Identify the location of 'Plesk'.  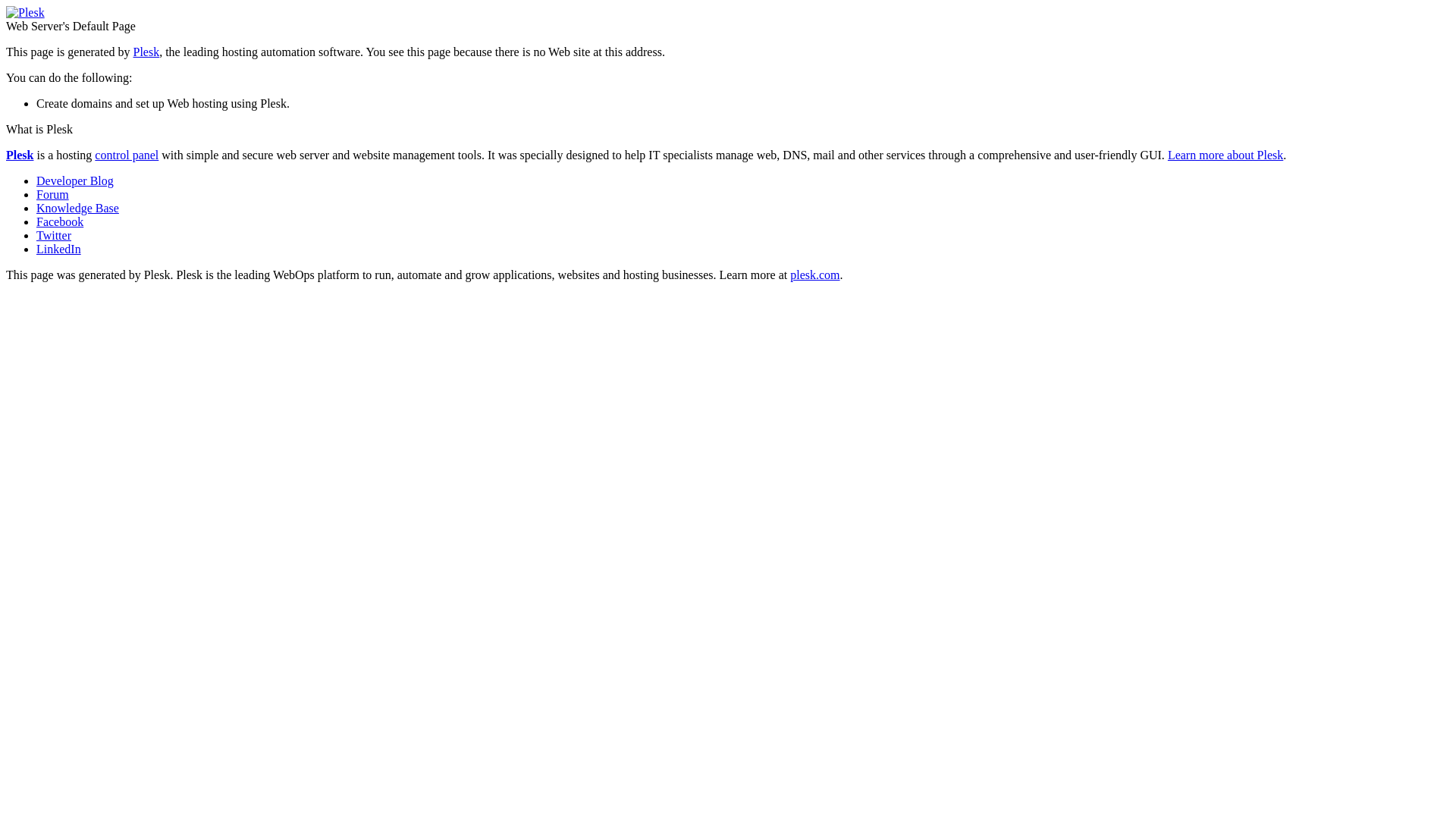
(19, 155).